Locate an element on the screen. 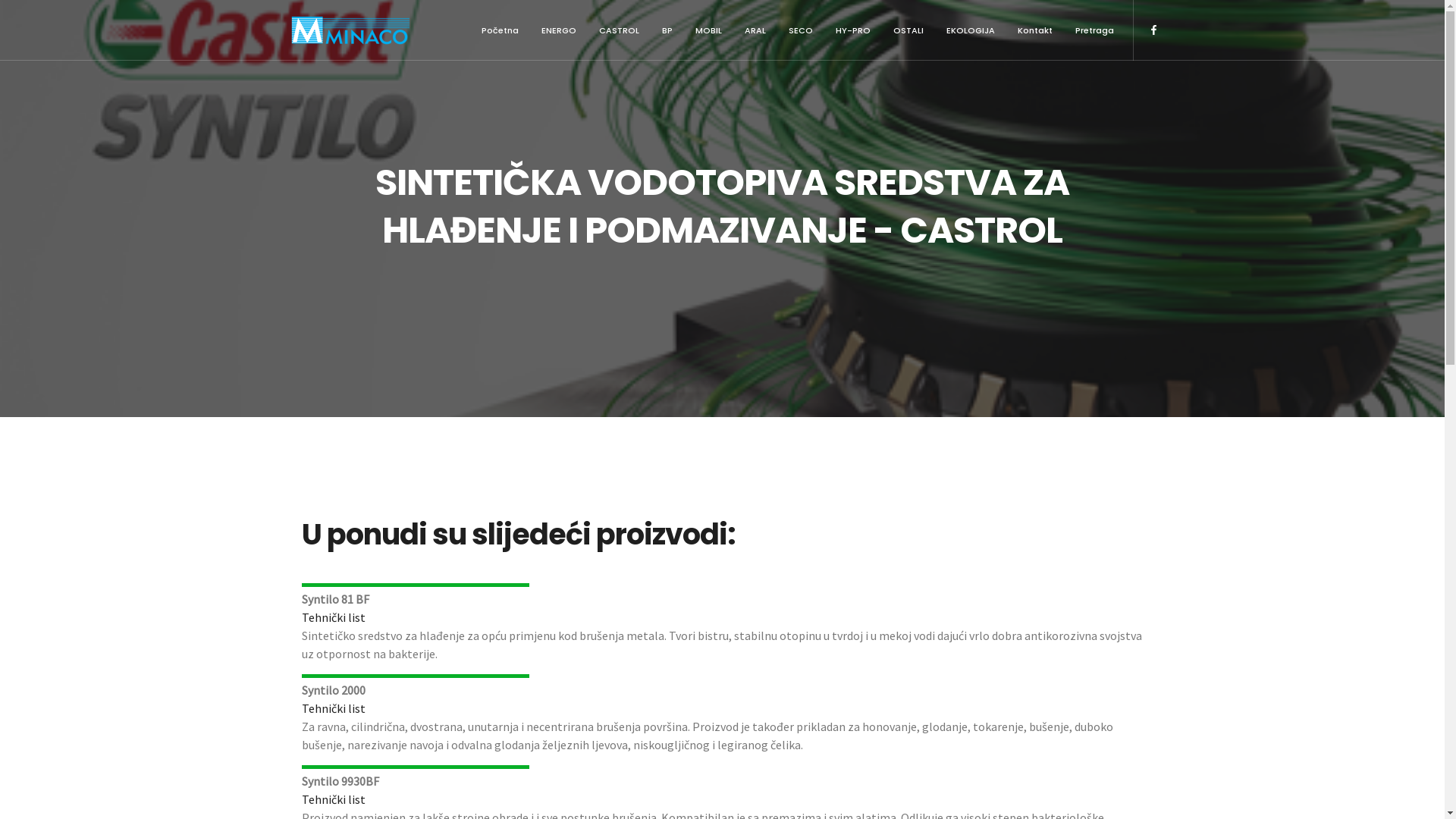 The height and width of the screenshot is (819, 1456). 'Pretraga' is located at coordinates (1062, 30).